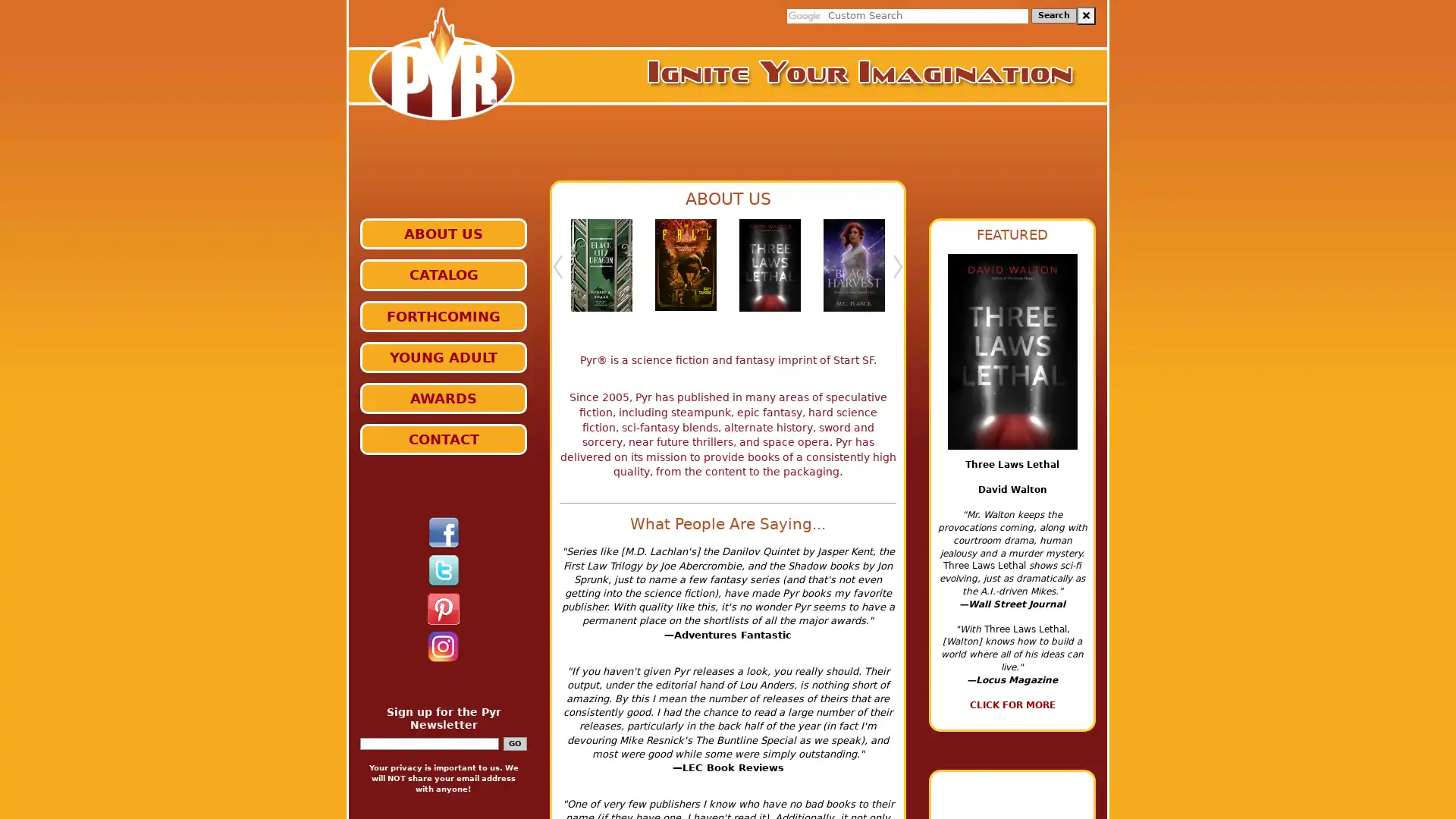 This screenshot has height=819, width=1456. Describe the element at coordinates (514, 742) in the screenshot. I see `GO` at that location.